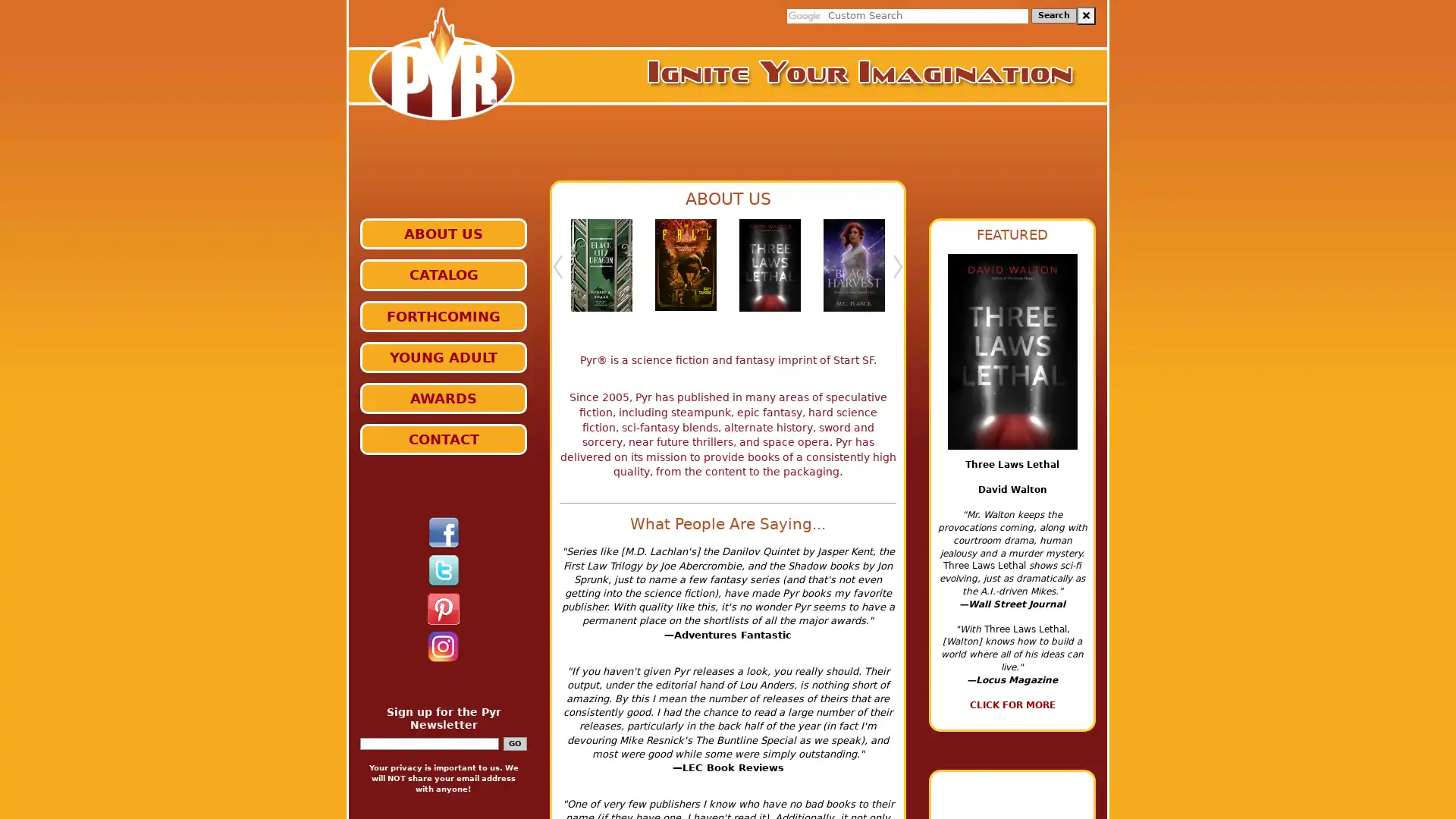 This screenshot has height=819, width=1456. Describe the element at coordinates (514, 742) in the screenshot. I see `GO` at that location.